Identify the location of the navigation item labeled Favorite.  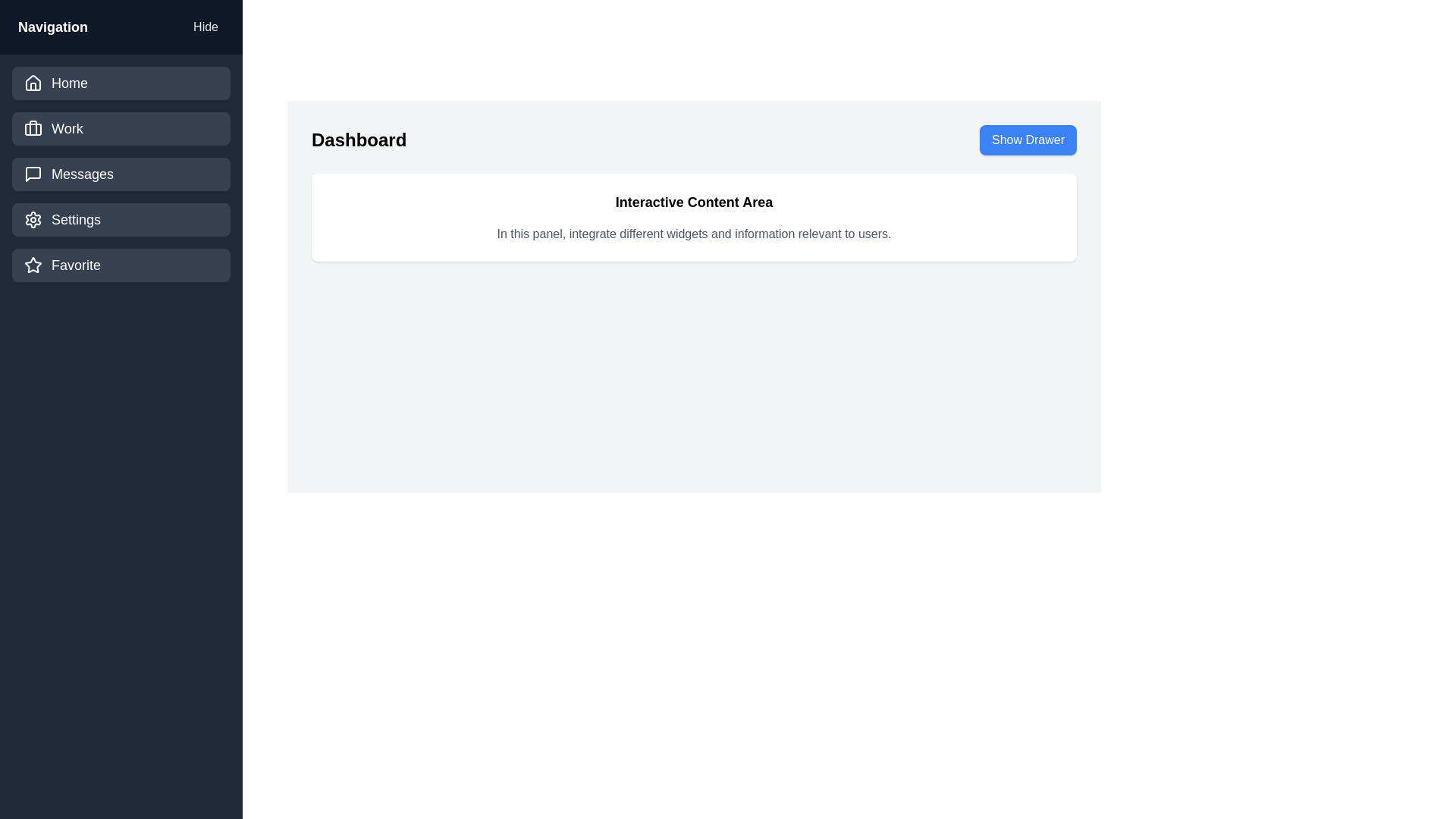
(120, 265).